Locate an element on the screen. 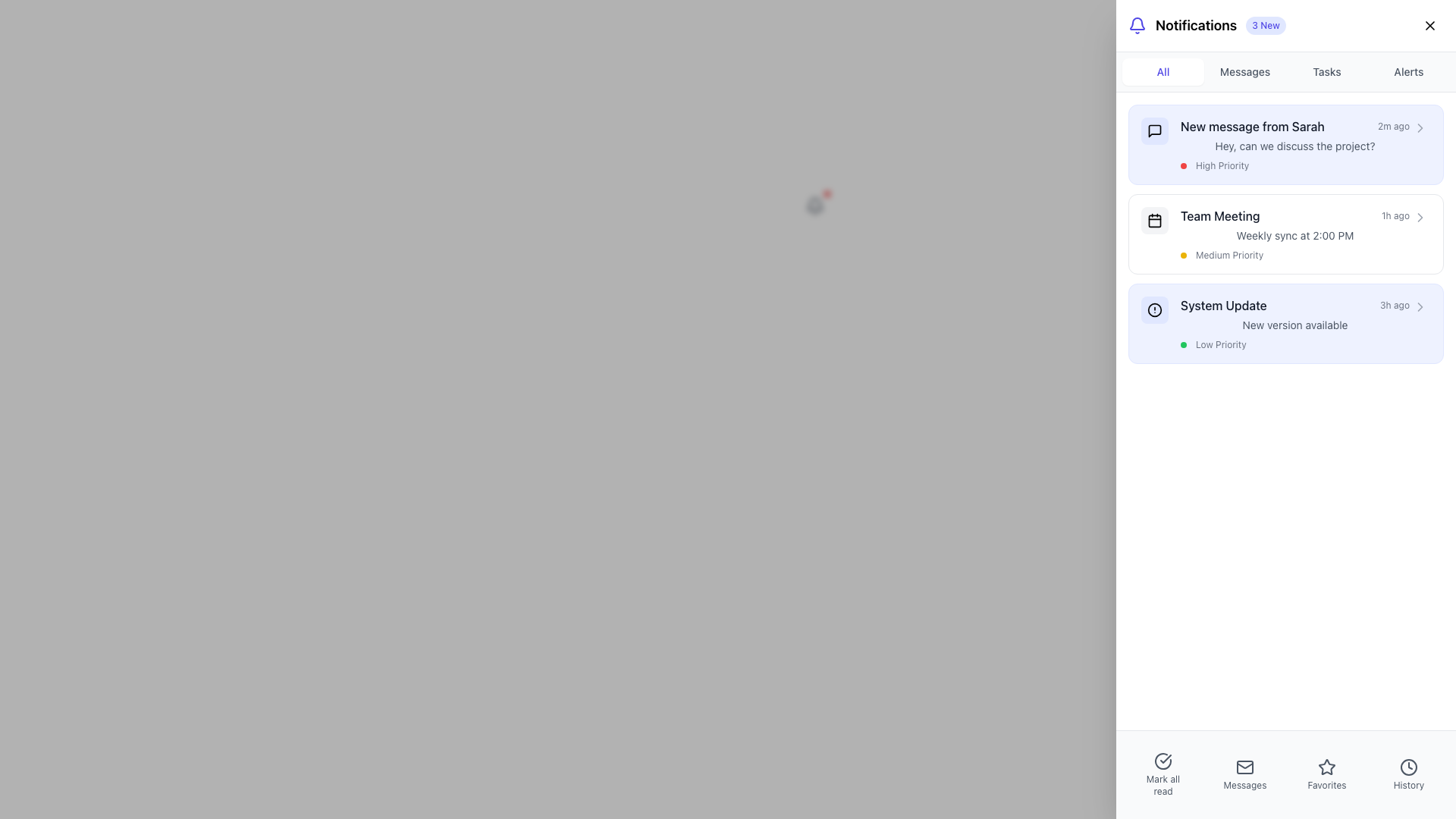  the 'Favorites' text label located in the bottom navigation bar, which is styled in gray and part of a button-like component with a star icon above it is located at coordinates (1326, 785).